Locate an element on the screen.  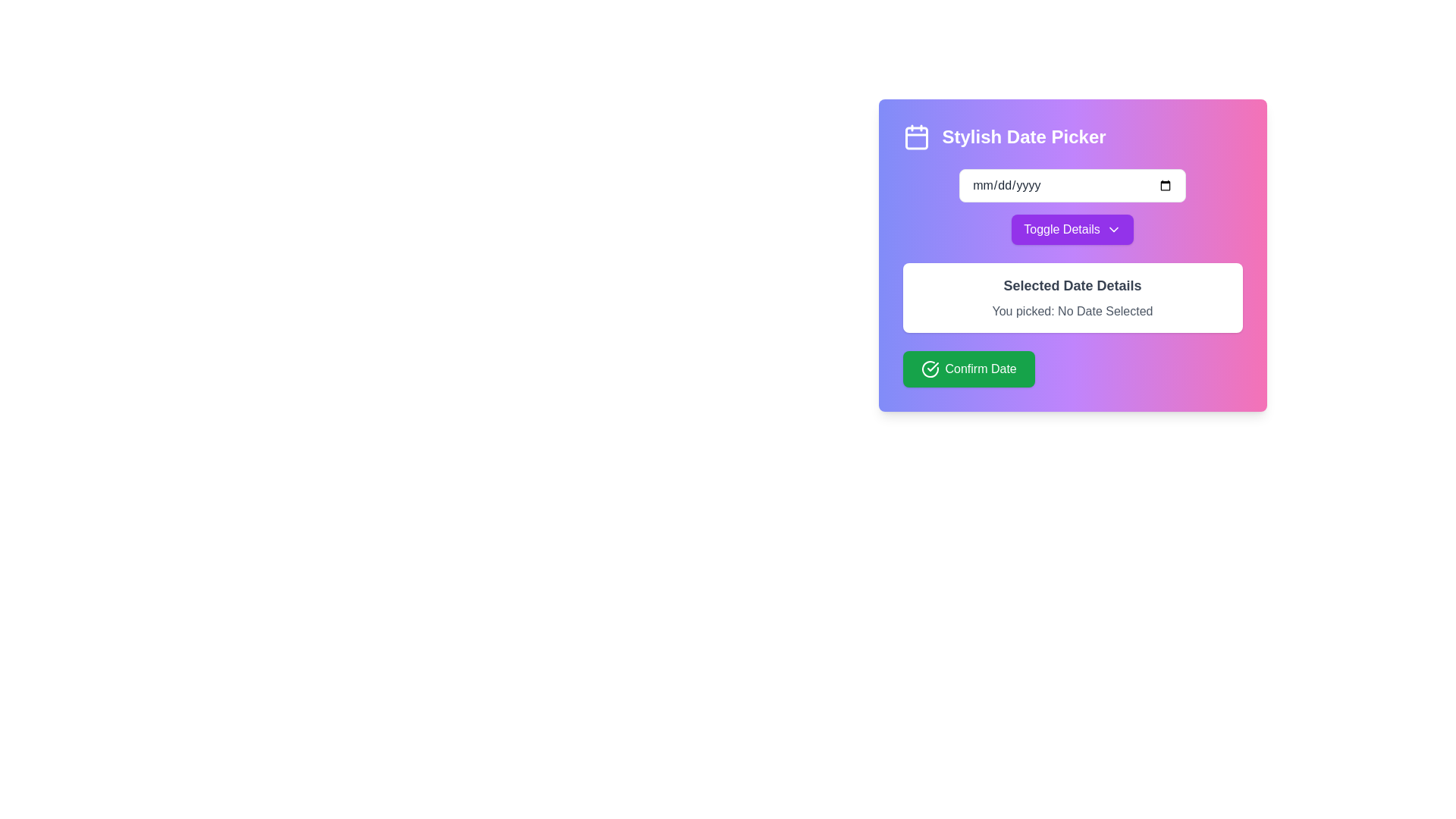
the green rectangular button labeled 'Confirm Date' located at the bottom center of the 'Stylish Date Picker' interface is located at coordinates (968, 369).